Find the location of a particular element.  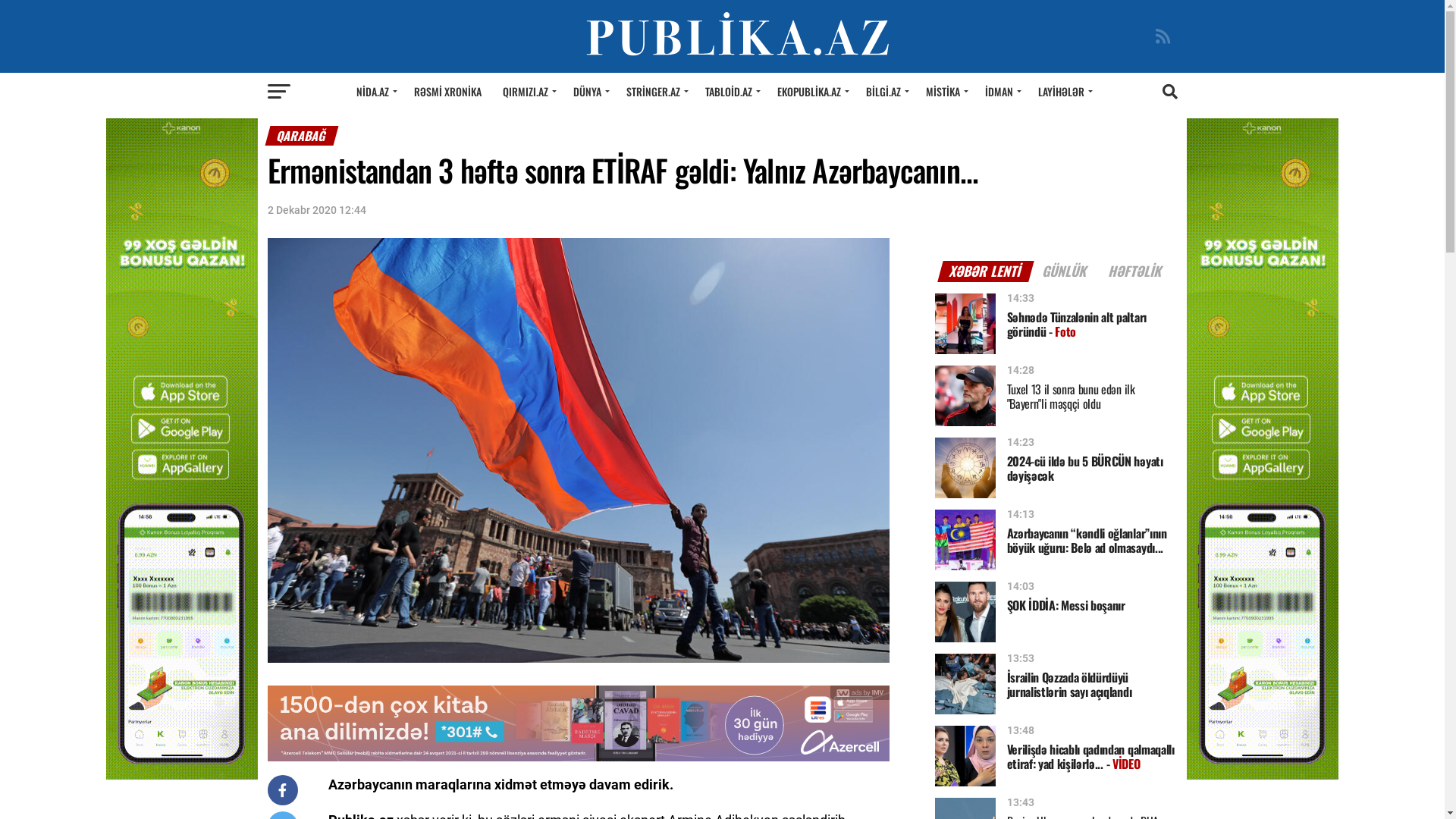

'EKOPUBLIKA.AZ' is located at coordinates (810, 91).